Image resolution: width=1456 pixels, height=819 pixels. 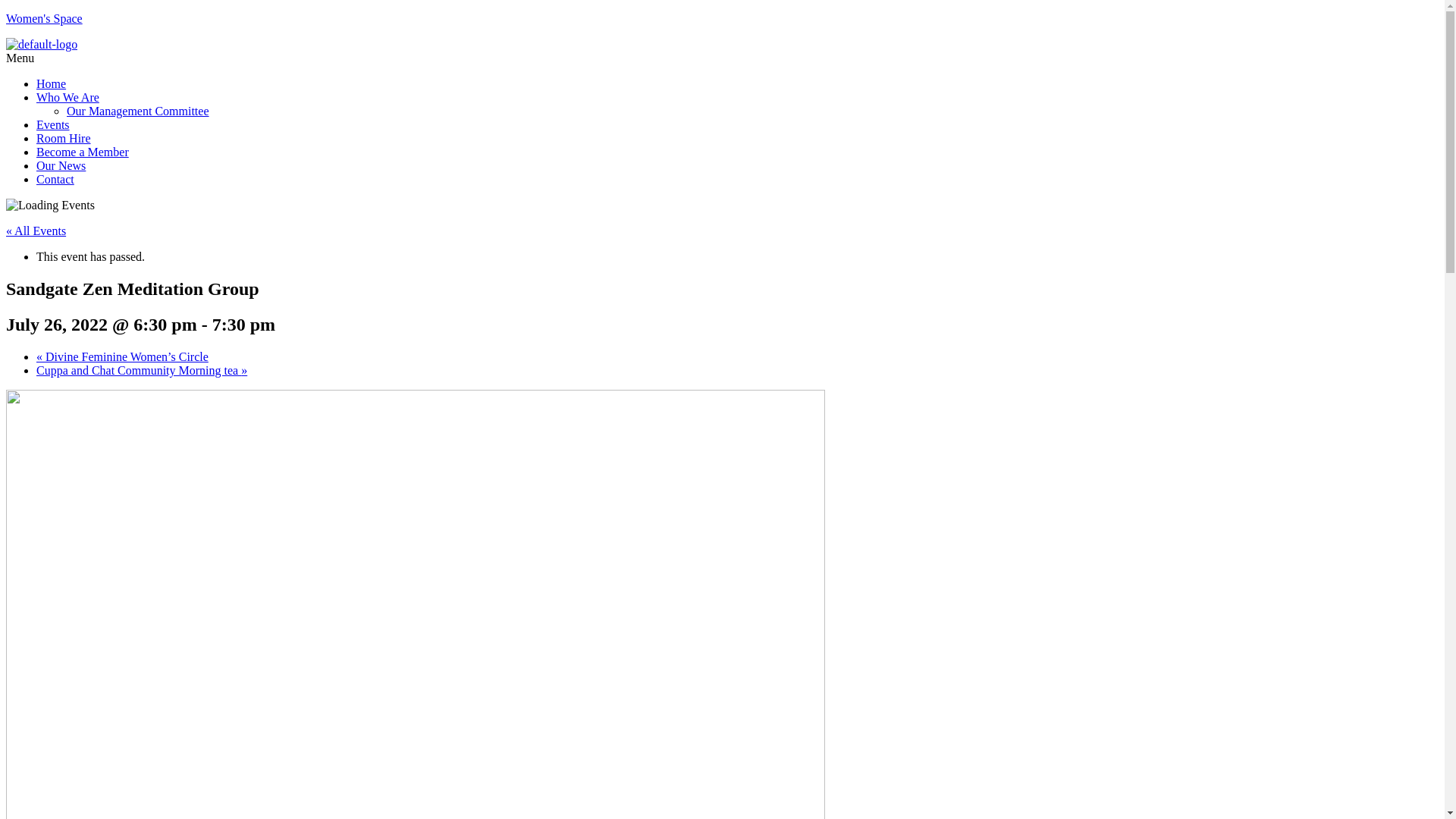 I want to click on 'Women's Space', so click(x=44, y=18).